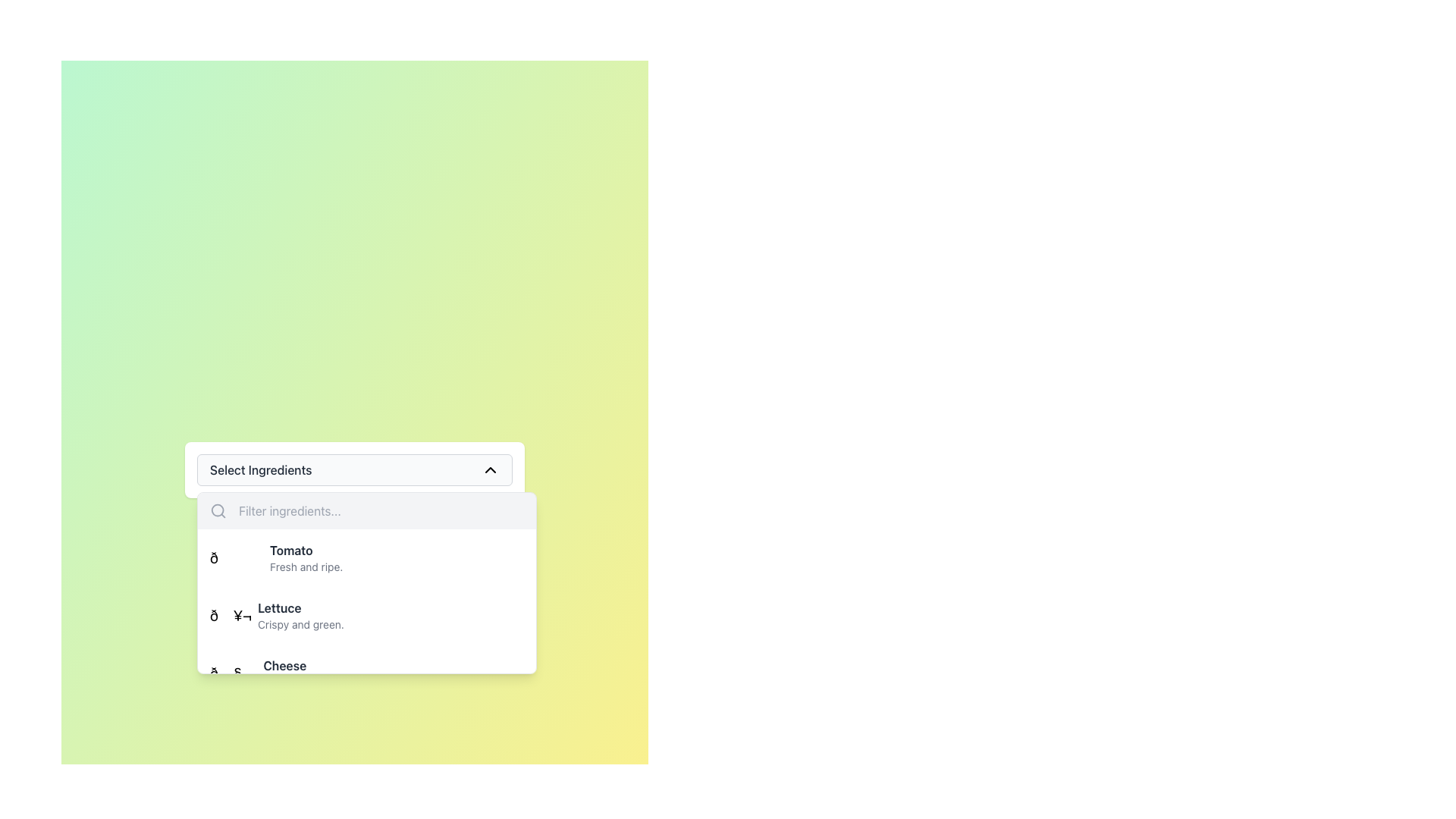 The image size is (1456, 819). Describe the element at coordinates (230, 616) in the screenshot. I see `the emoji or symbol representing 'Lettuce' in the second list item of the dropdown menu, which is visually accompanied by the description 'Crispy and green.'` at that location.